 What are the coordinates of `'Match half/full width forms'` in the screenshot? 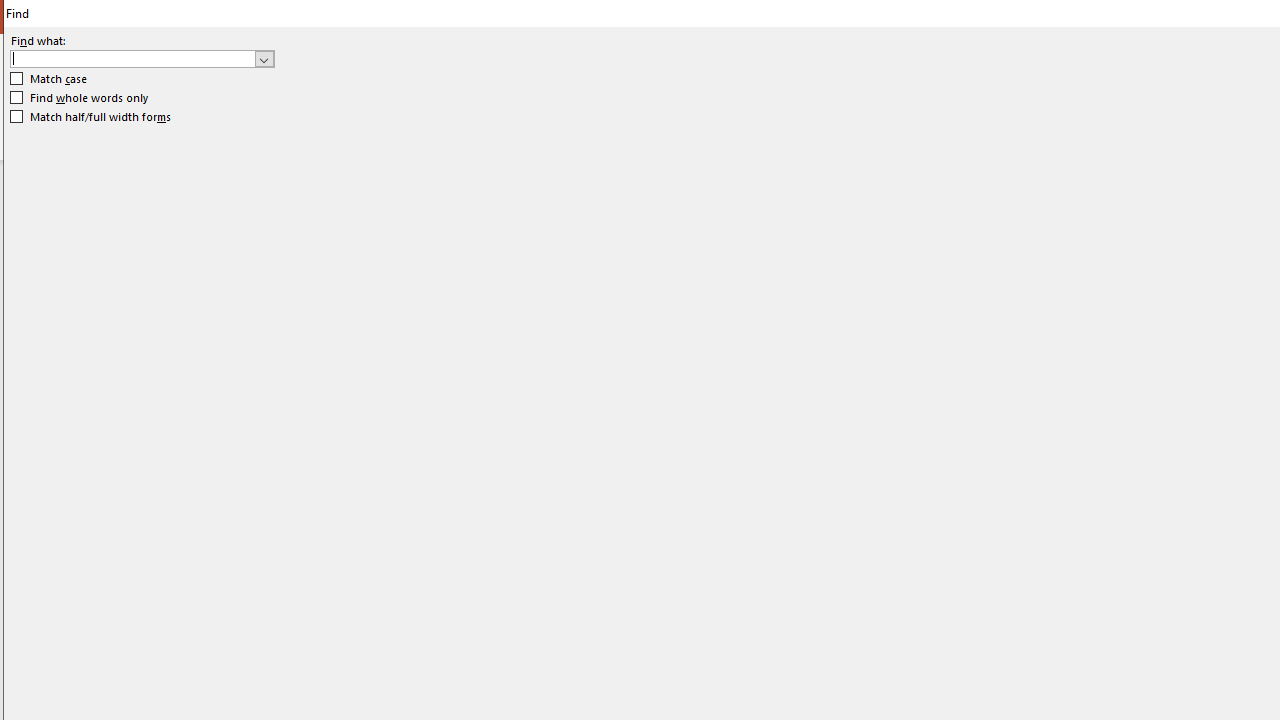 It's located at (90, 117).